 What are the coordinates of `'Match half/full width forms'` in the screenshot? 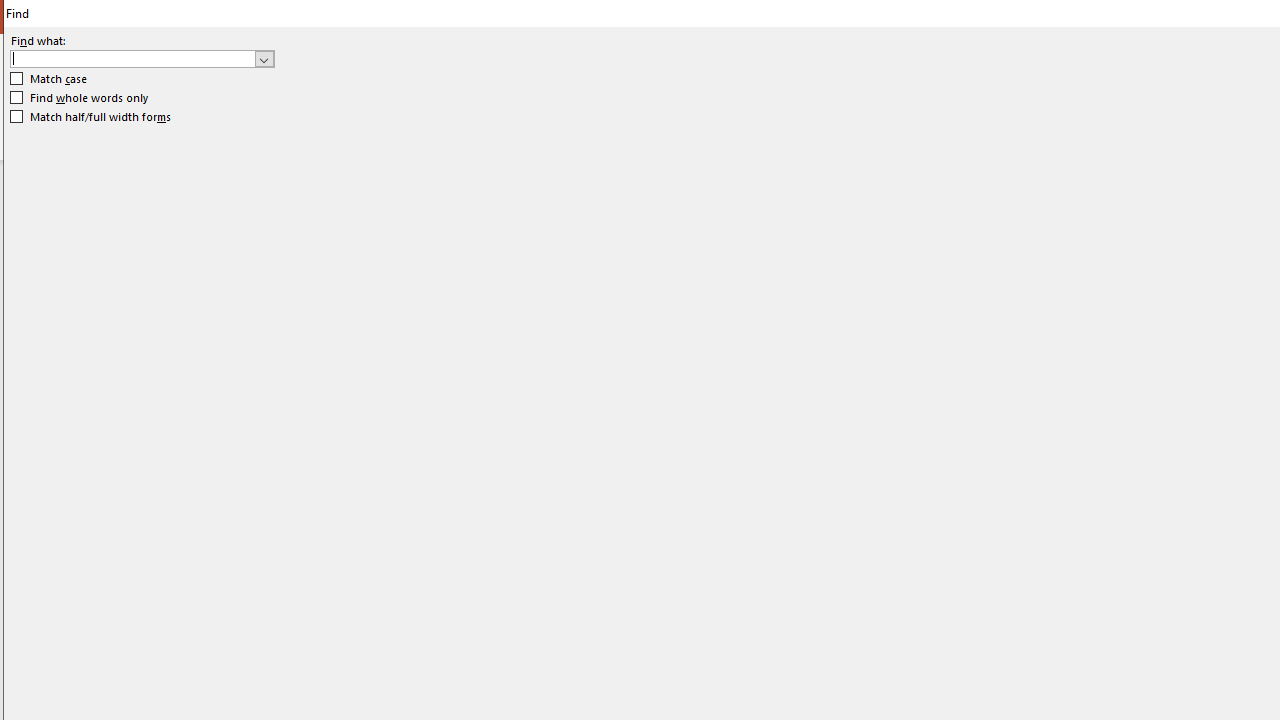 It's located at (90, 117).